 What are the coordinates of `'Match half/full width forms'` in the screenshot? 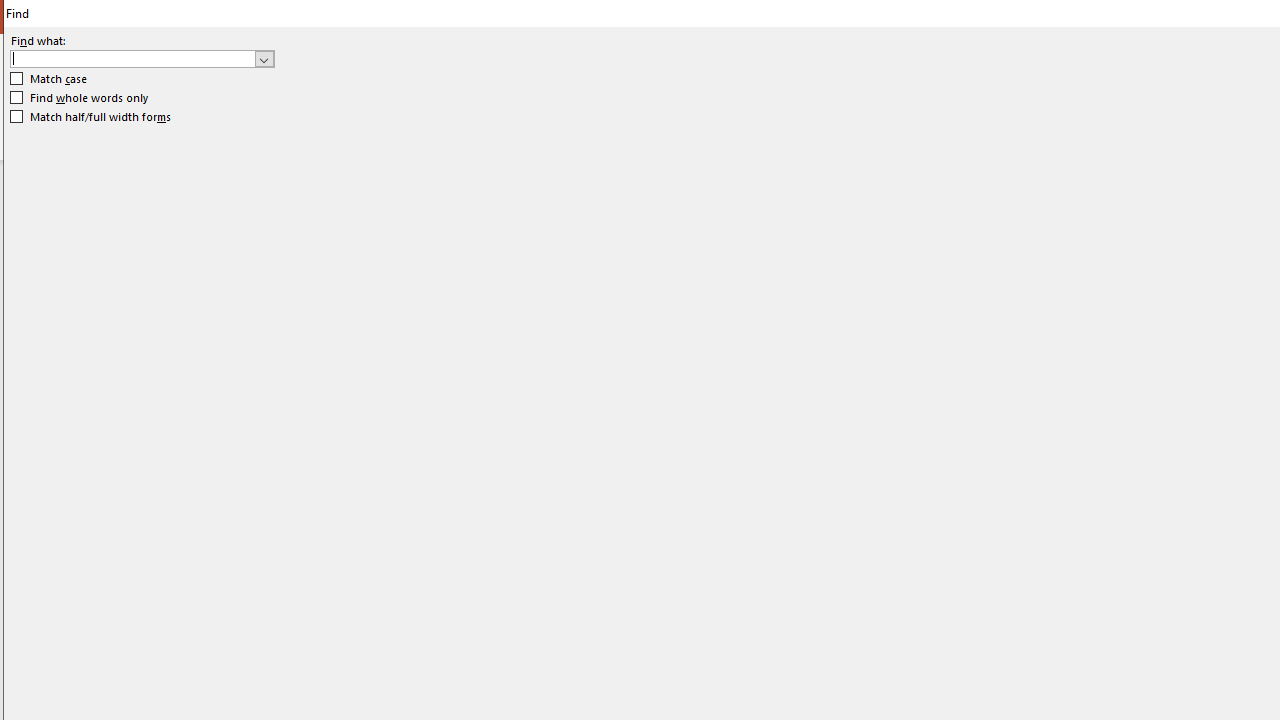 It's located at (90, 117).